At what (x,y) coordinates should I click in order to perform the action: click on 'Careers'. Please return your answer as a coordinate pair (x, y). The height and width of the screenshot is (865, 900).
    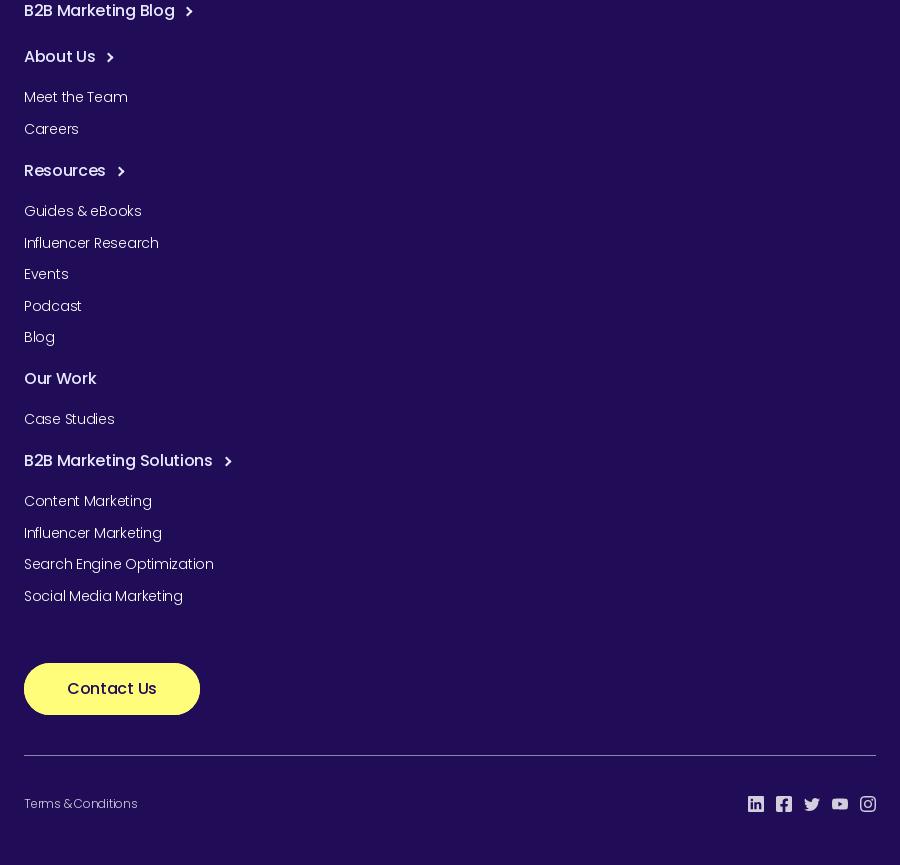
    Looking at the image, I should click on (50, 128).